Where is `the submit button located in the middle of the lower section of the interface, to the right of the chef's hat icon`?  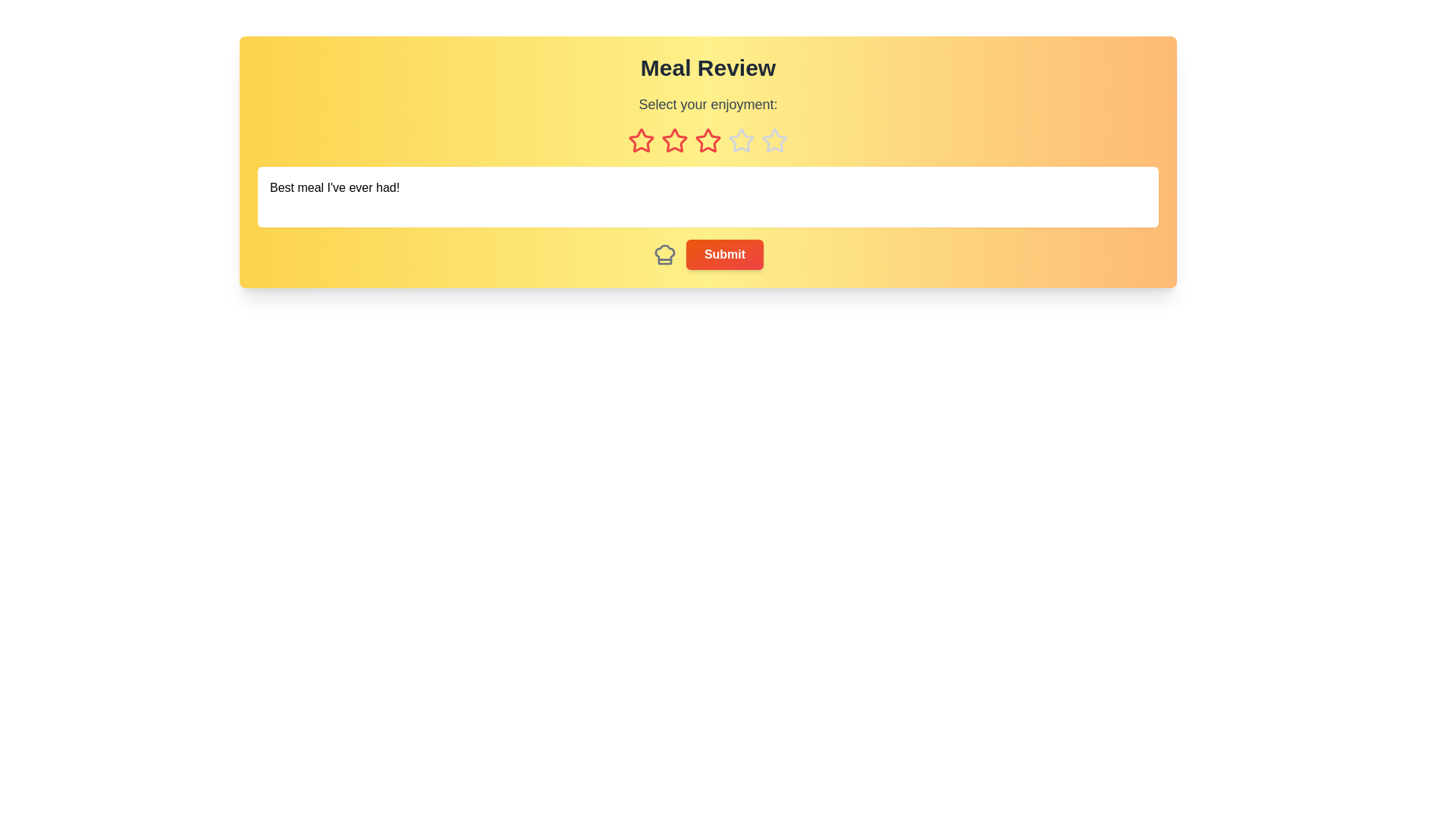 the submit button located in the middle of the lower section of the interface, to the right of the chef's hat icon is located at coordinates (723, 253).